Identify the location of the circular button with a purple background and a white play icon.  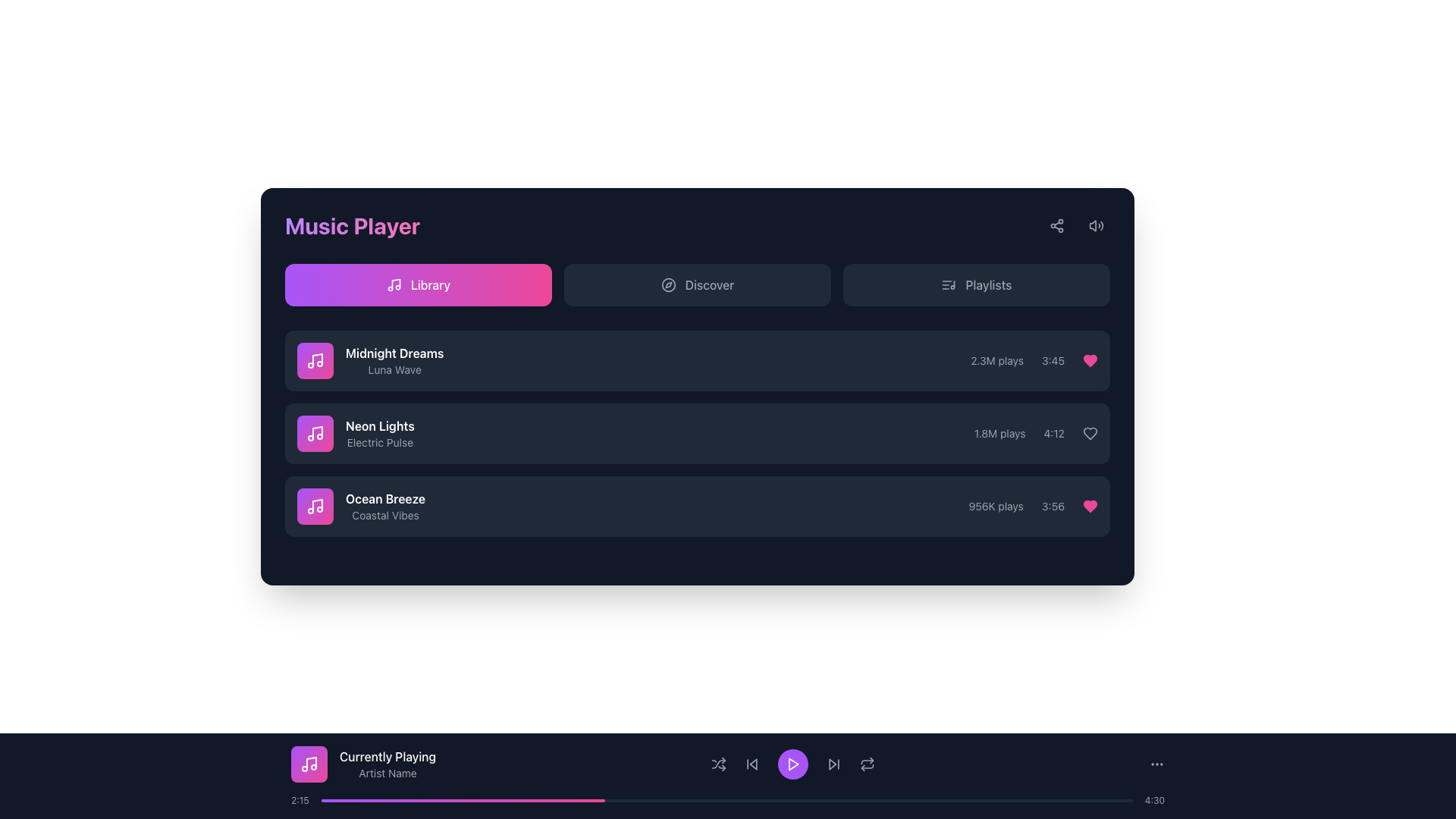
(792, 764).